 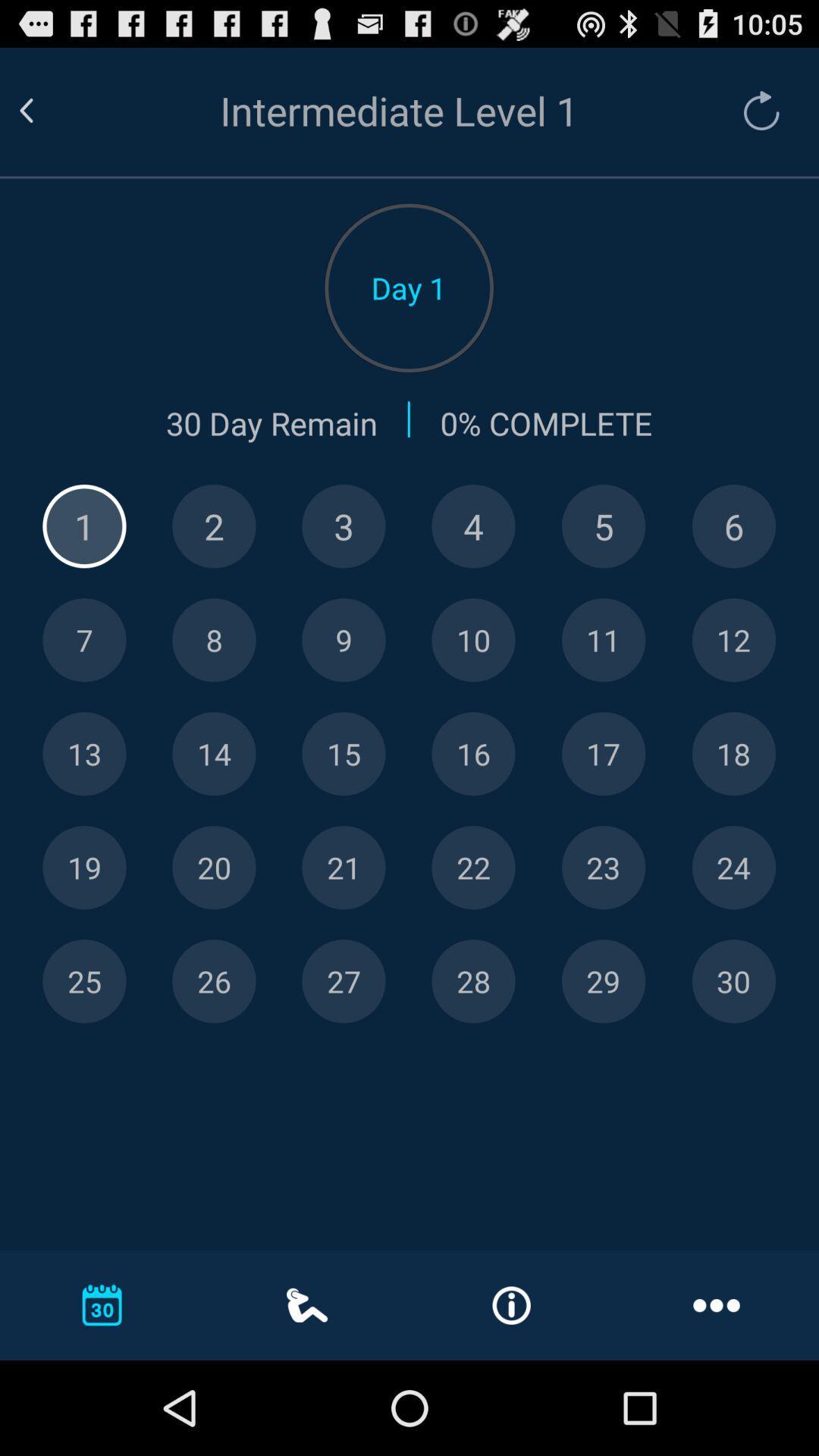 What do you see at coordinates (84, 562) in the screenshot?
I see `the add icon` at bounding box center [84, 562].